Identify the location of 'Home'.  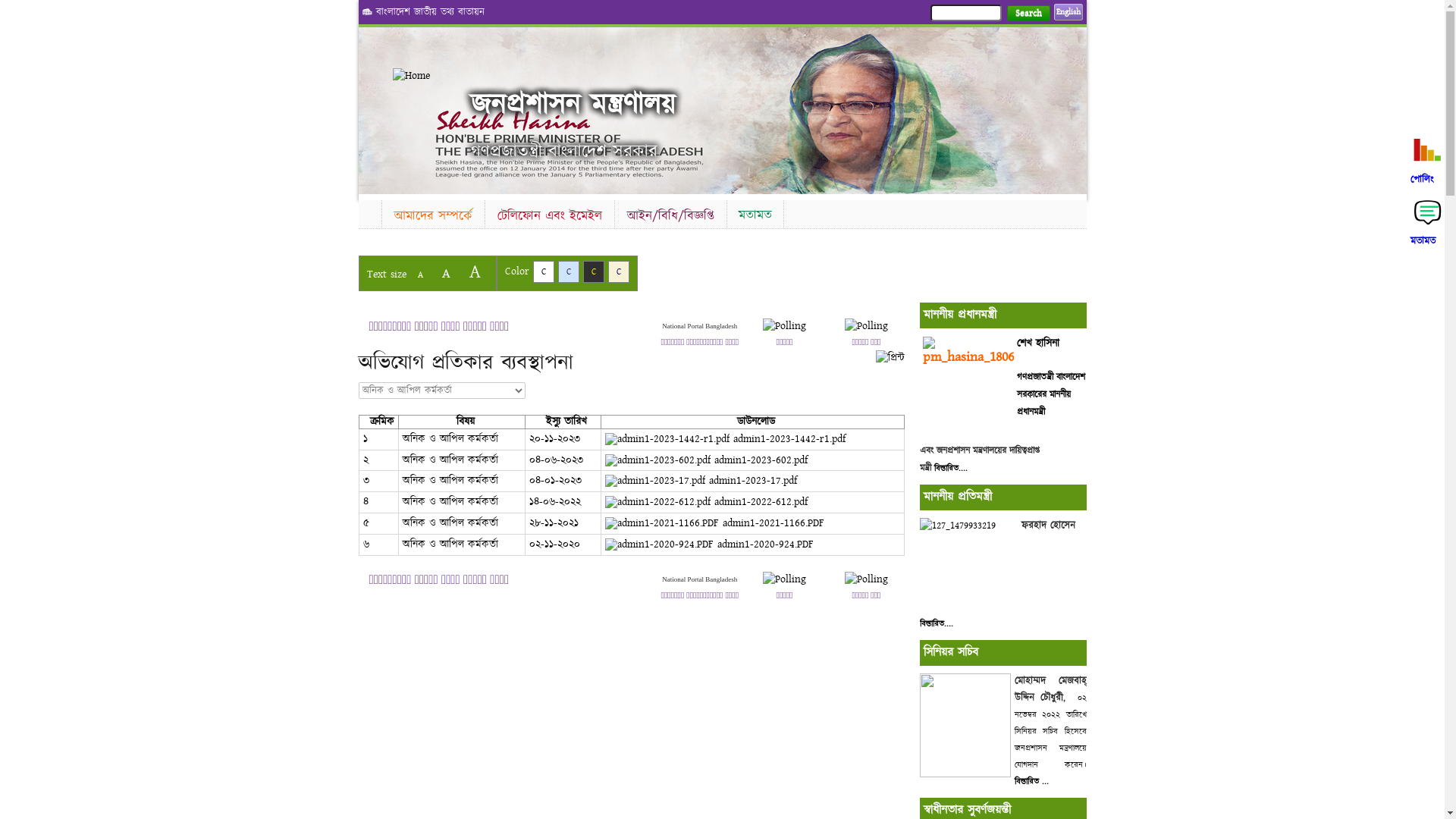
(393, 76).